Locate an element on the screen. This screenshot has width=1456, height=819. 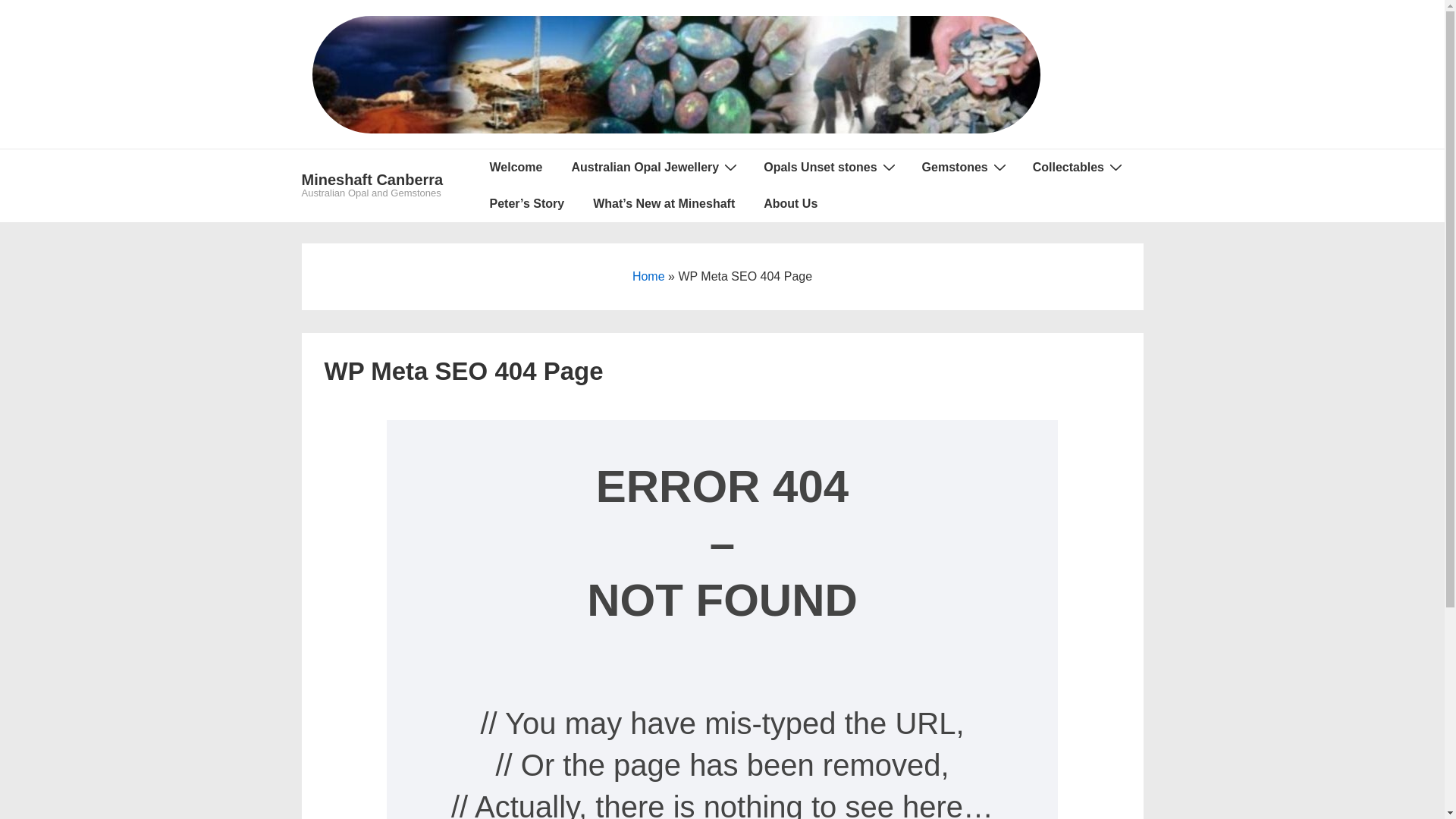
'Home' is located at coordinates (648, 276).